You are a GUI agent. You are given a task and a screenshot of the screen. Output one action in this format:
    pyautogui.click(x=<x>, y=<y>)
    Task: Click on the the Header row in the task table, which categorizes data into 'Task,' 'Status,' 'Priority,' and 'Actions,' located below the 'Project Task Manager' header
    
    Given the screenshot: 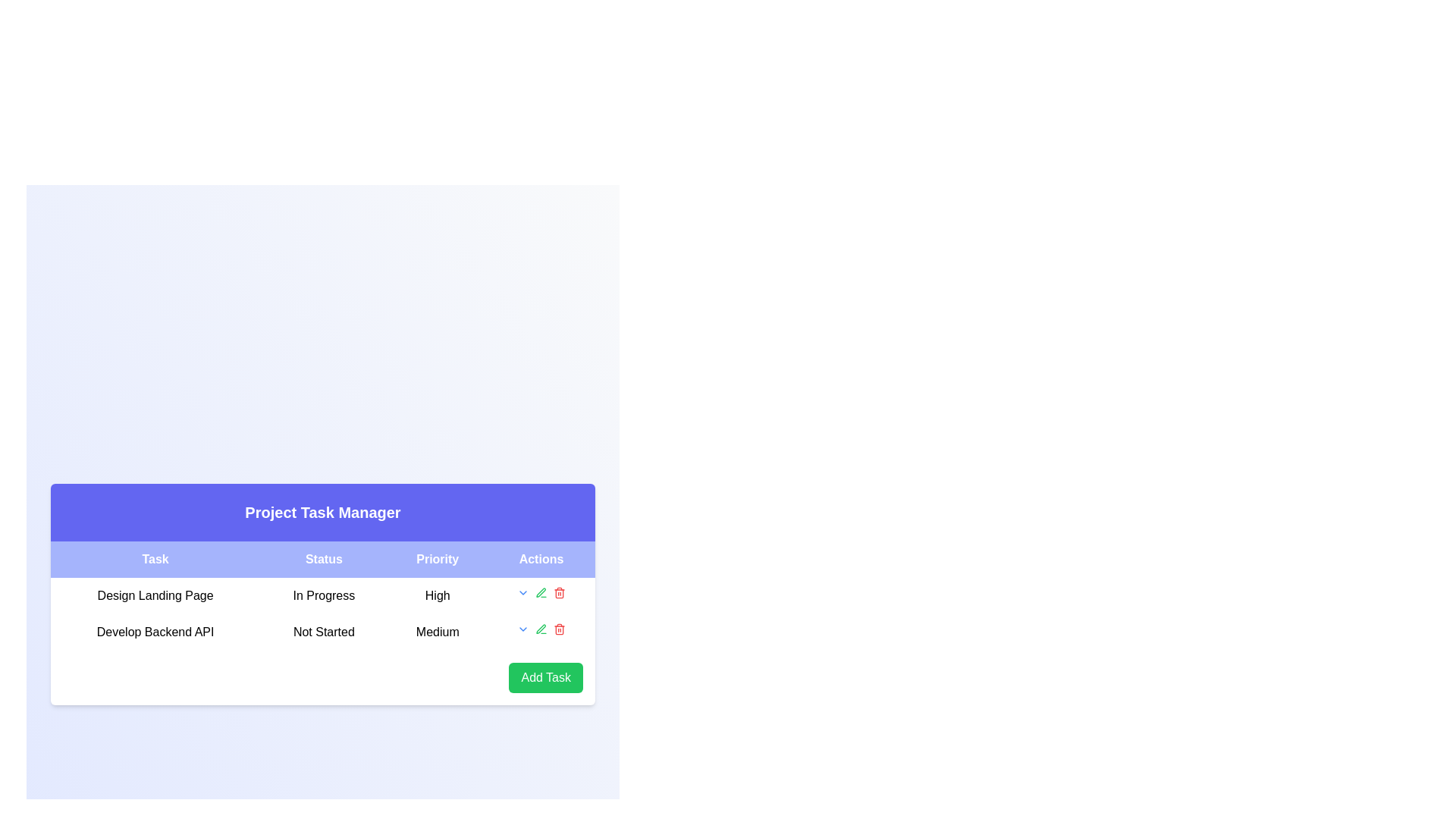 What is the action you would take?
    pyautogui.click(x=322, y=559)
    